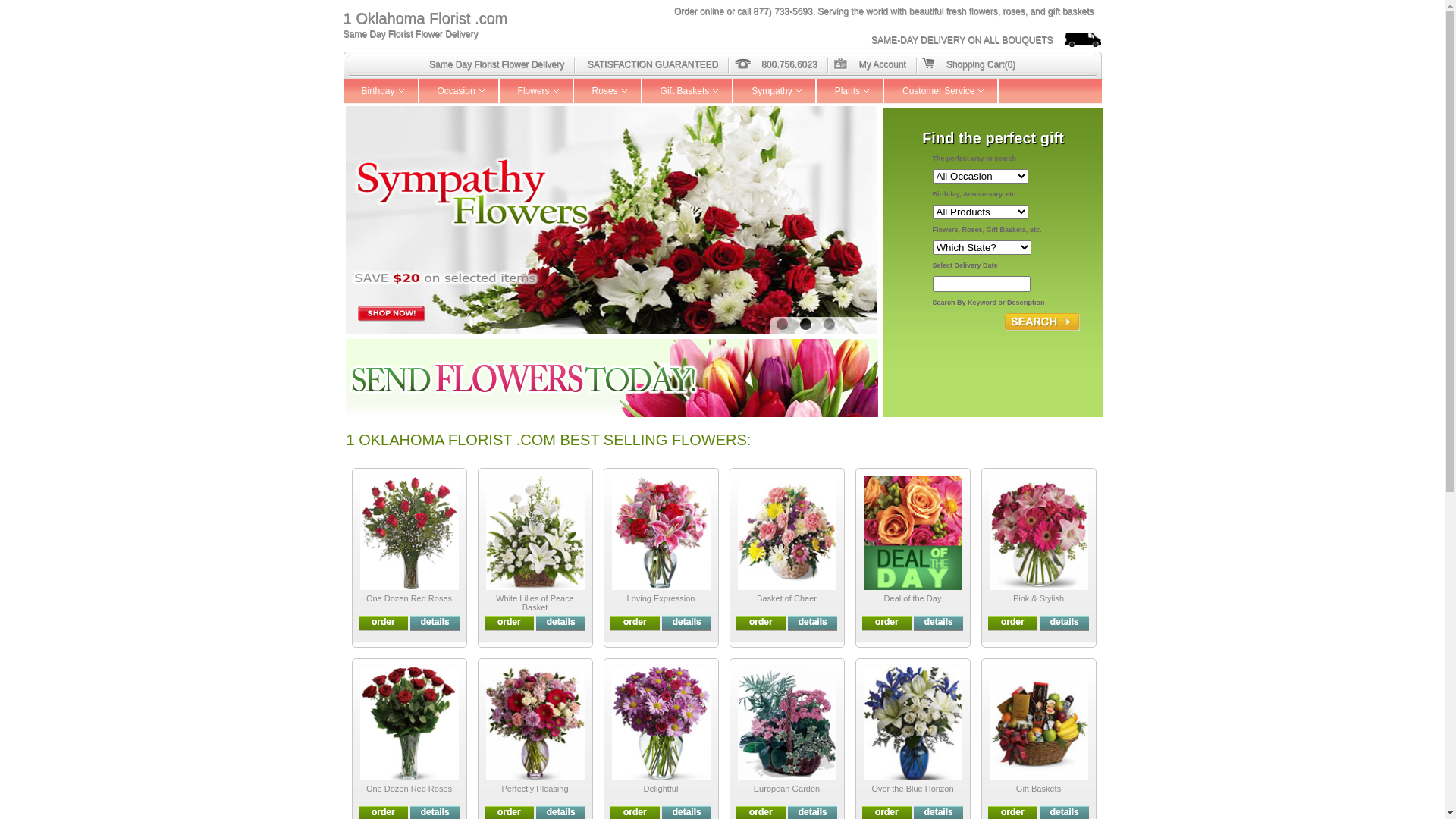 The height and width of the screenshot is (819, 1456). I want to click on 'Delightful', so click(661, 788).